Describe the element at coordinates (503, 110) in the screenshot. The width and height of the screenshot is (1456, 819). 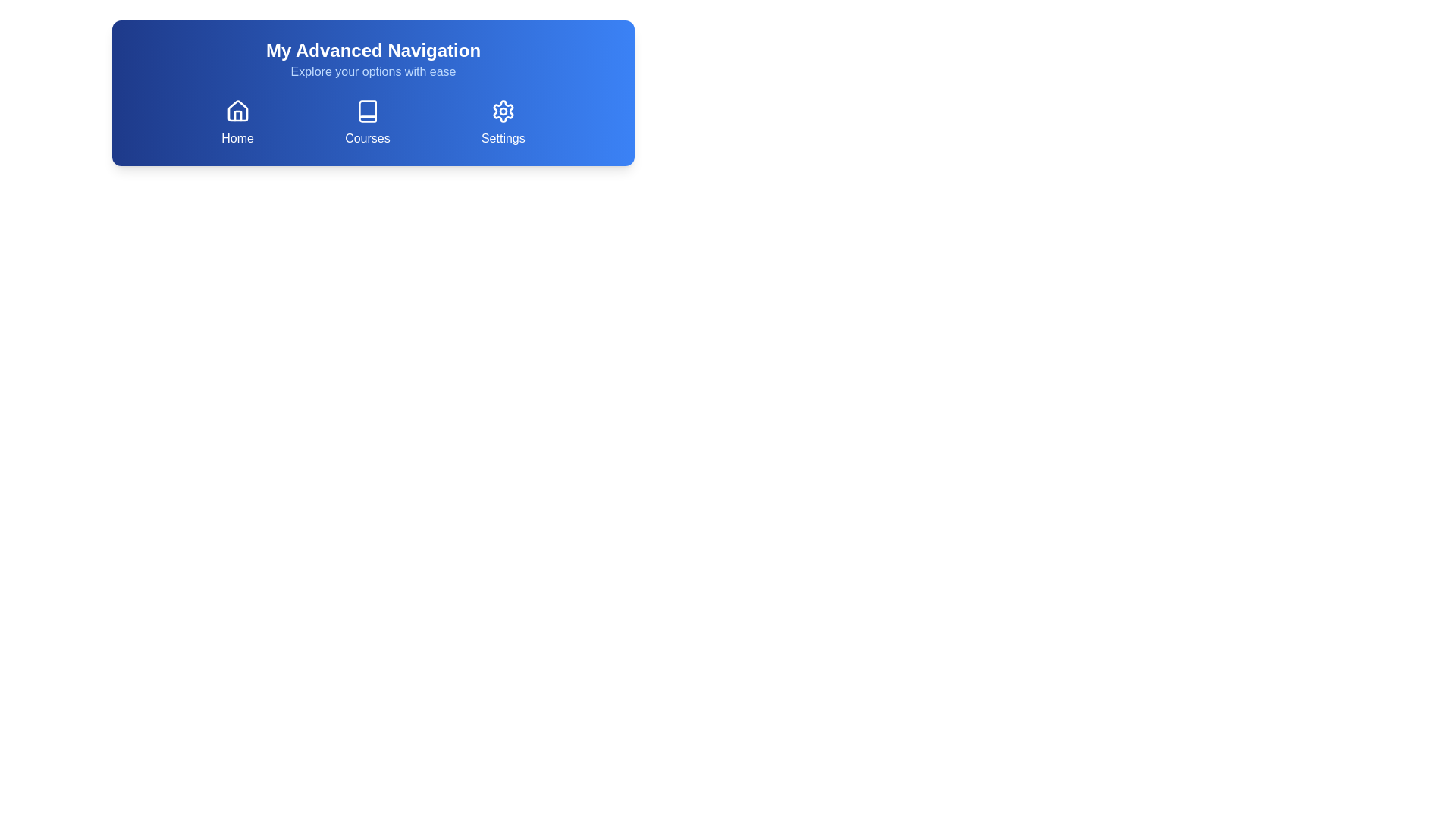
I see `the gear-shaped icon in the navigation bar` at that location.